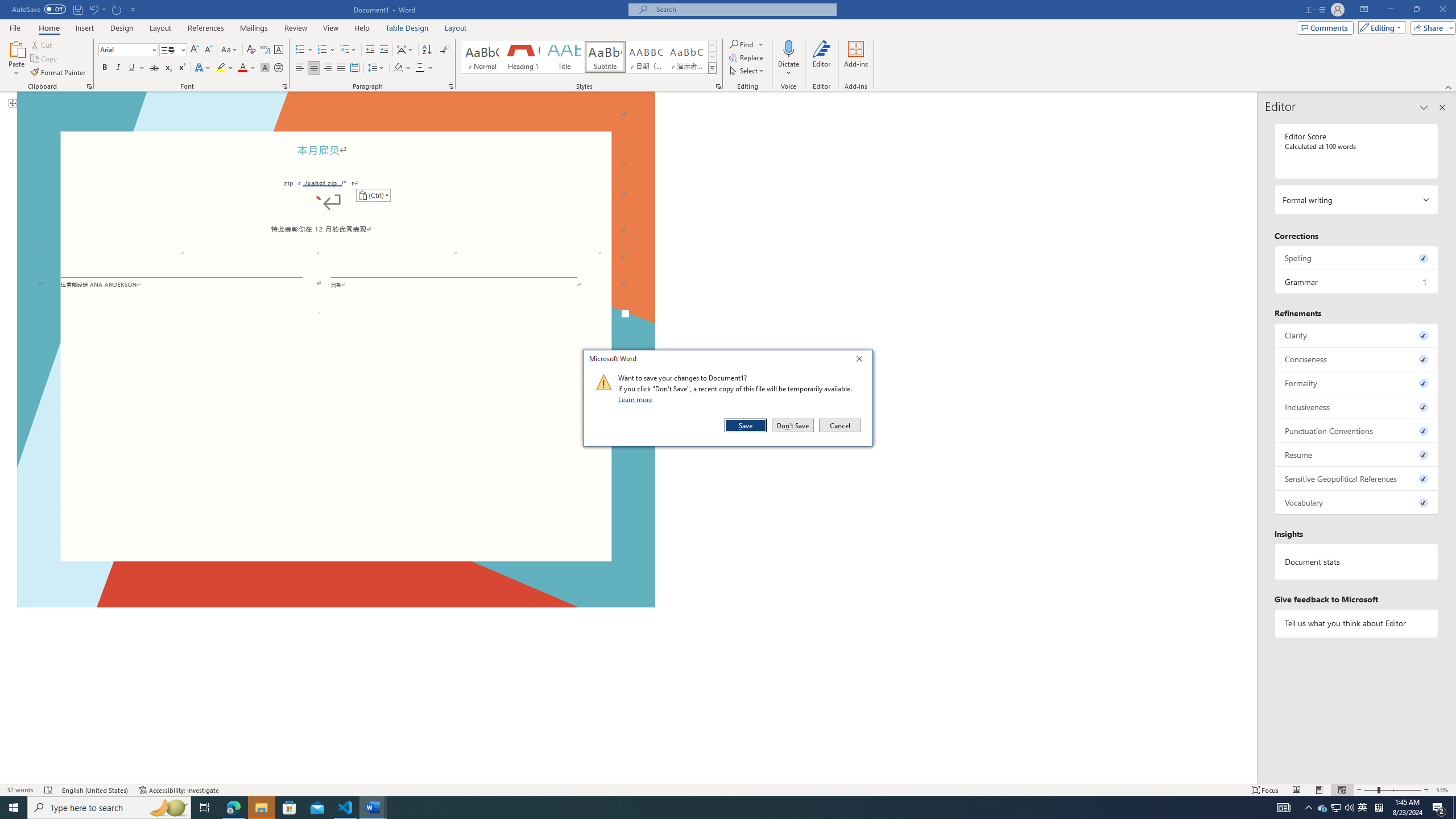 This screenshot has width=1456, height=819. I want to click on 'Row up', so click(712, 45).